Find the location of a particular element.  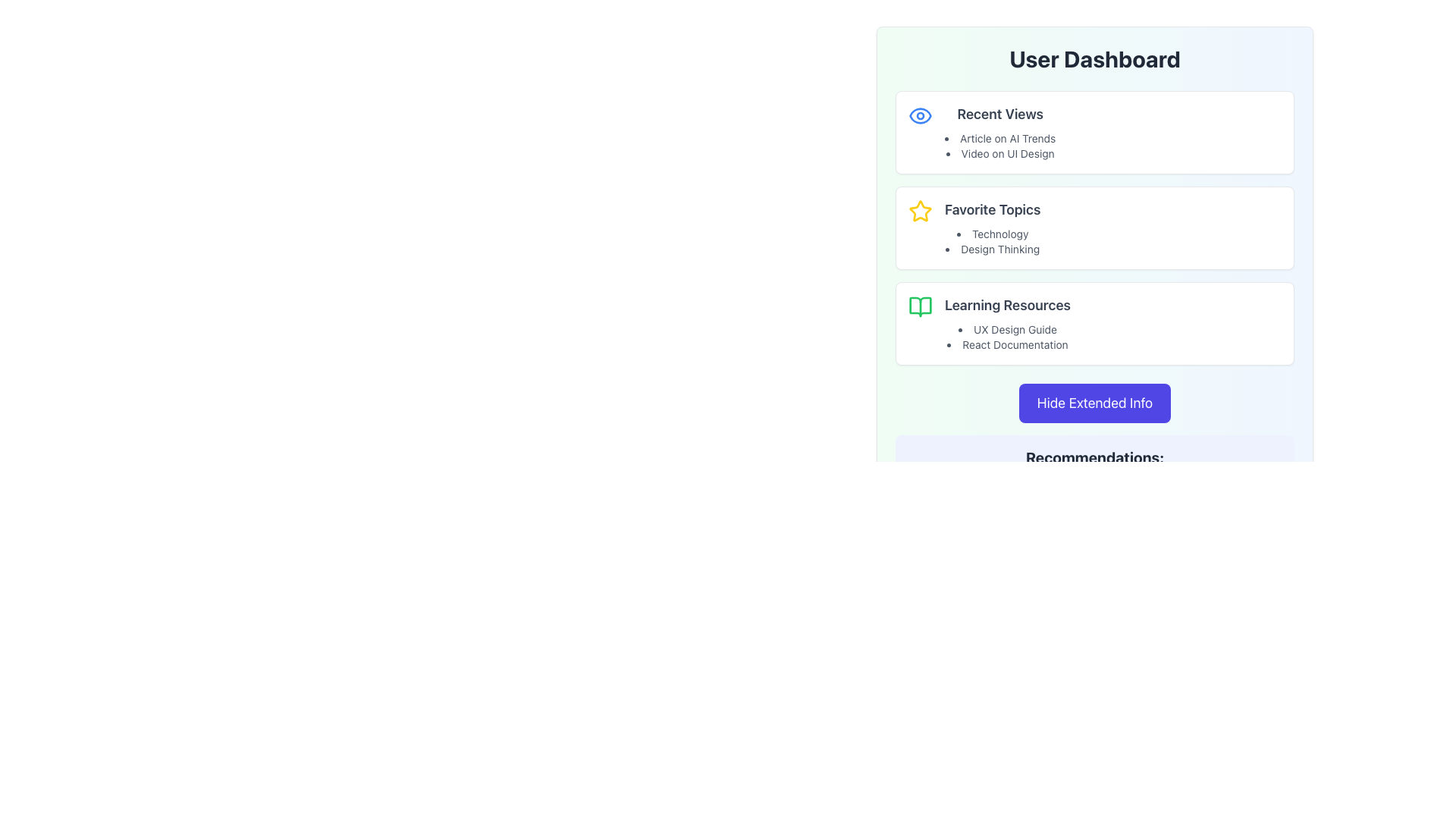

the text label displaying 'Video on UI Design', which is the second item in the 'Recent Views' list on the user dashboard is located at coordinates (1000, 154).